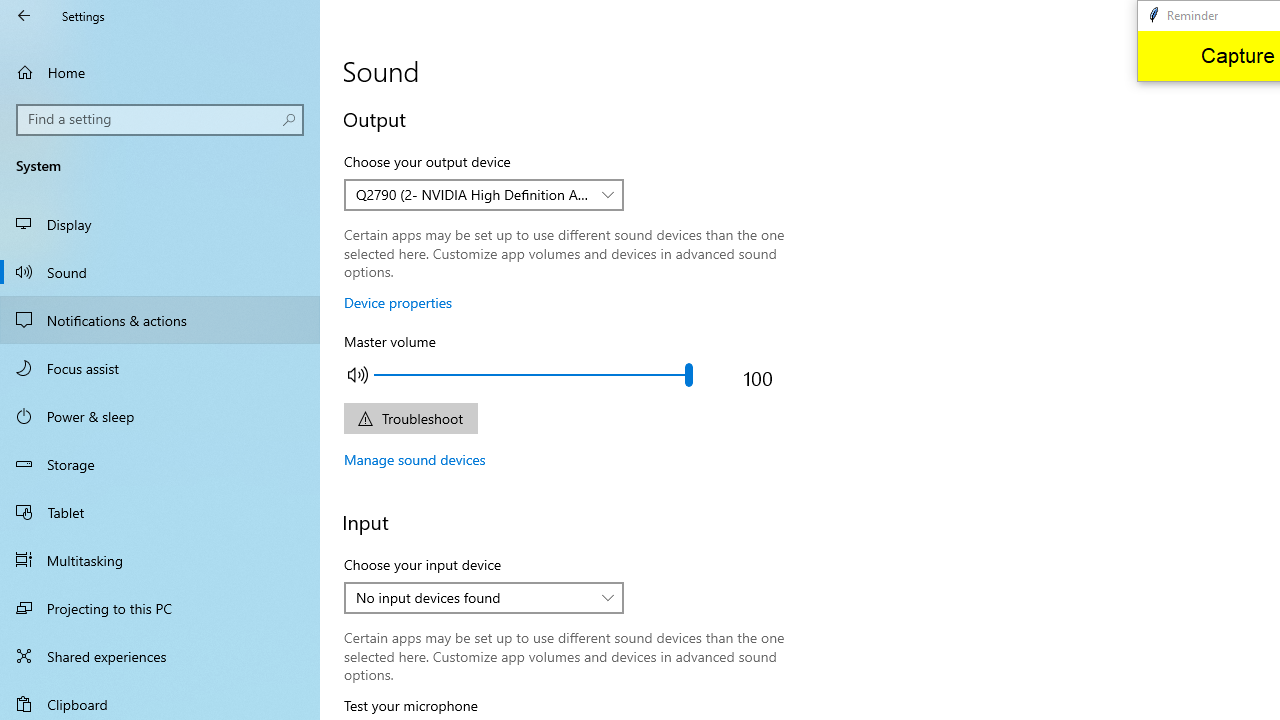 The width and height of the screenshot is (1280, 720). Describe the element at coordinates (472, 596) in the screenshot. I see `'No input devices found'` at that location.